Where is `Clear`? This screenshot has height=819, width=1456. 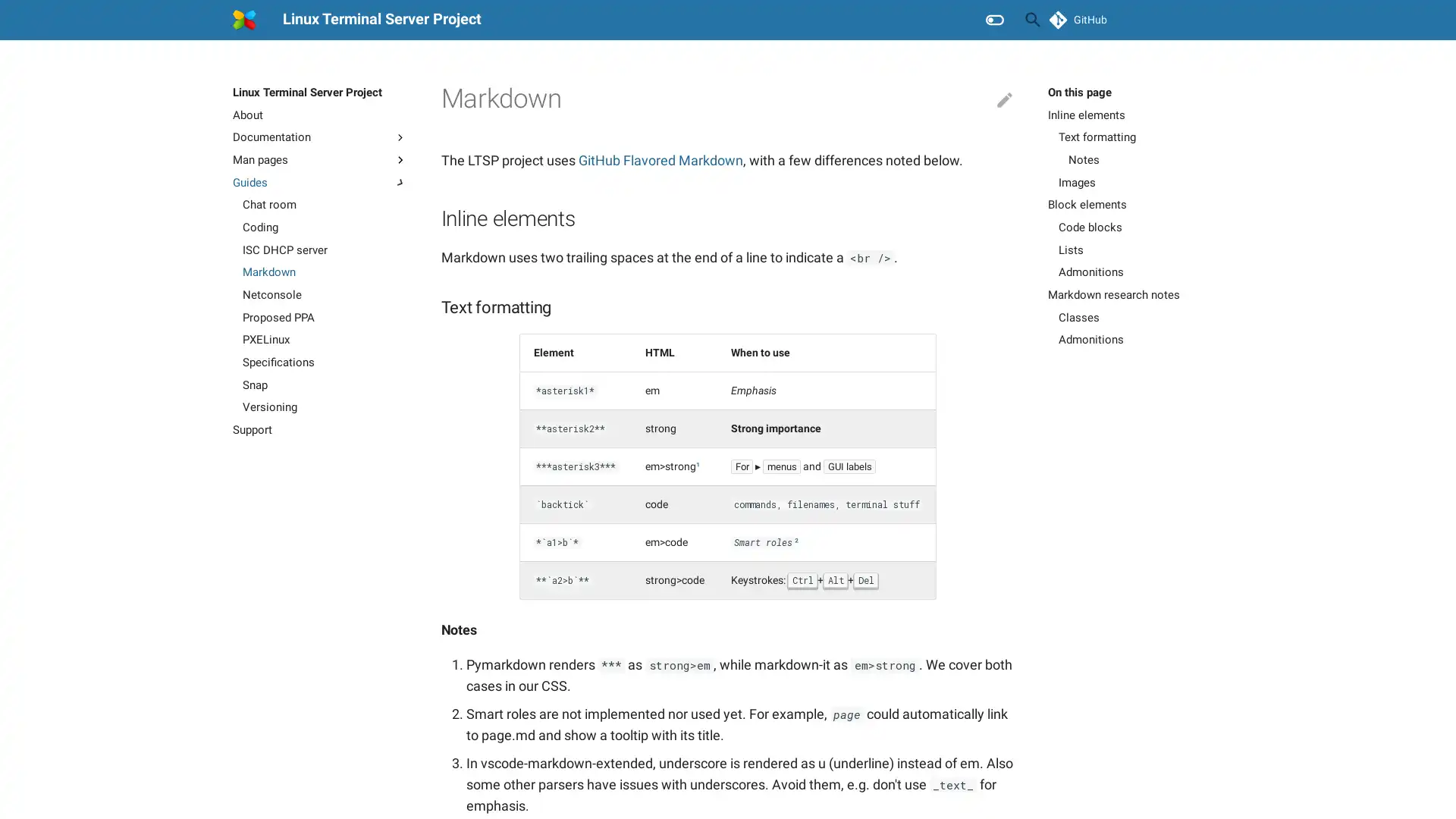
Clear is located at coordinates (996, 20).